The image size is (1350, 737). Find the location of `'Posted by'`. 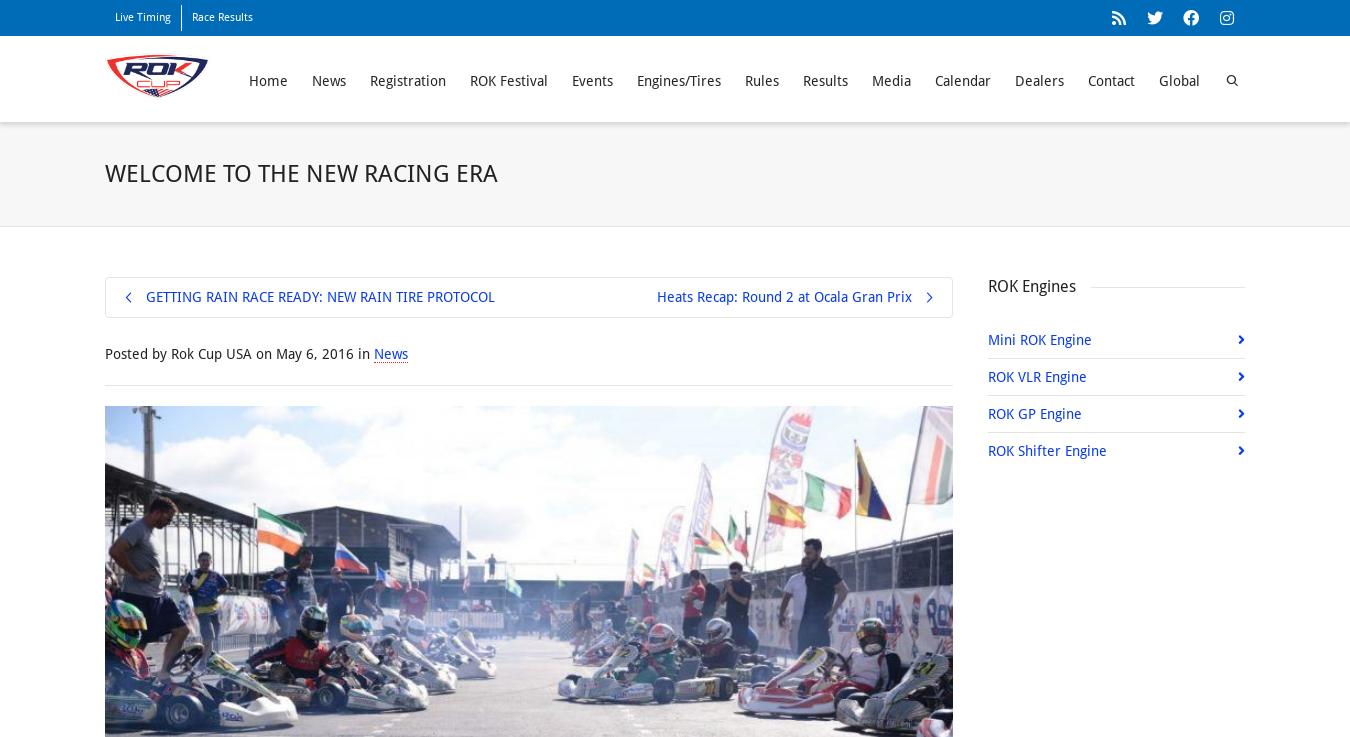

'Posted by' is located at coordinates (137, 352).